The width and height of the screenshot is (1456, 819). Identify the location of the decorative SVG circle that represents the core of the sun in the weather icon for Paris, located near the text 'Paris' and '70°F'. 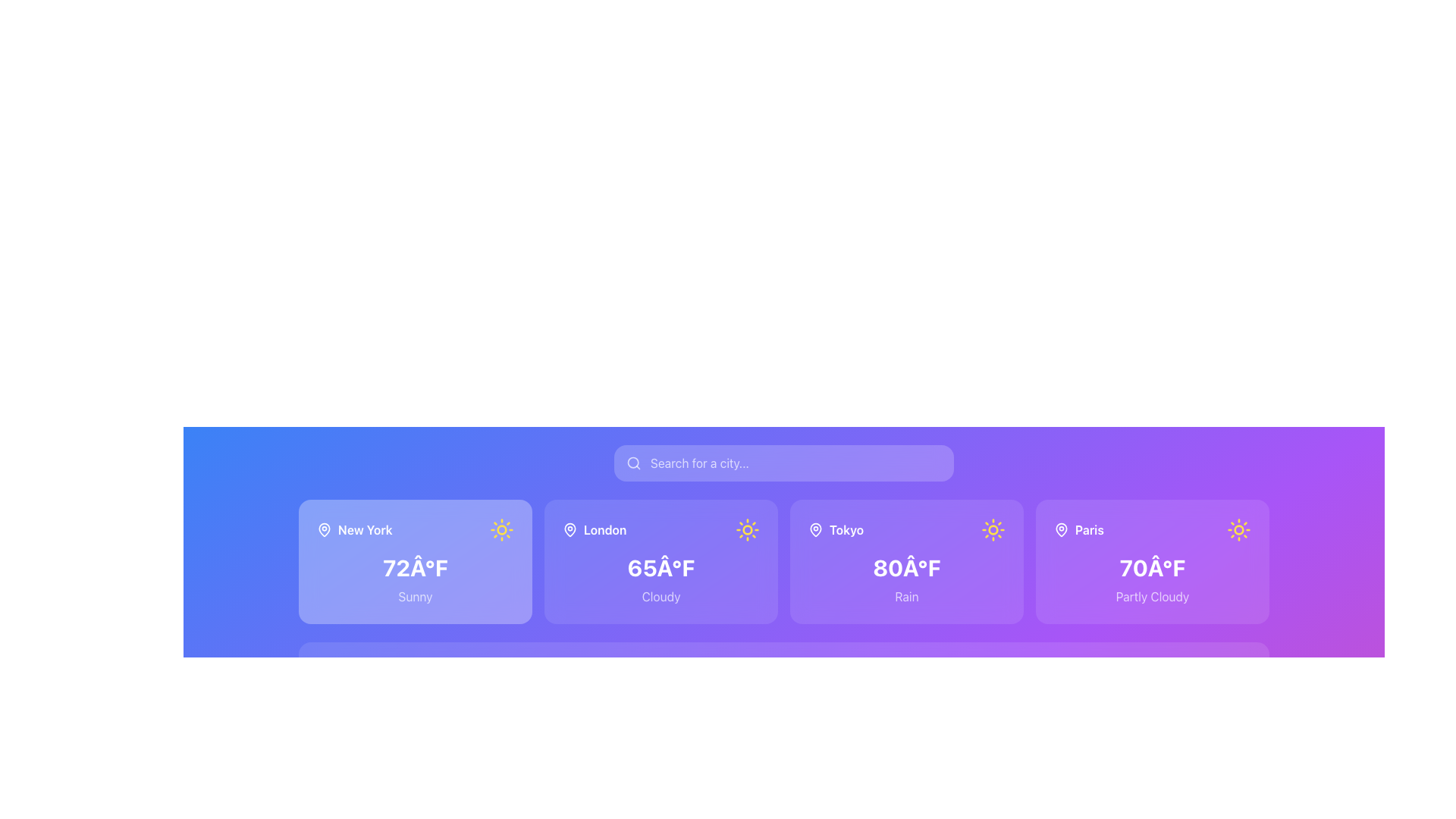
(1238, 529).